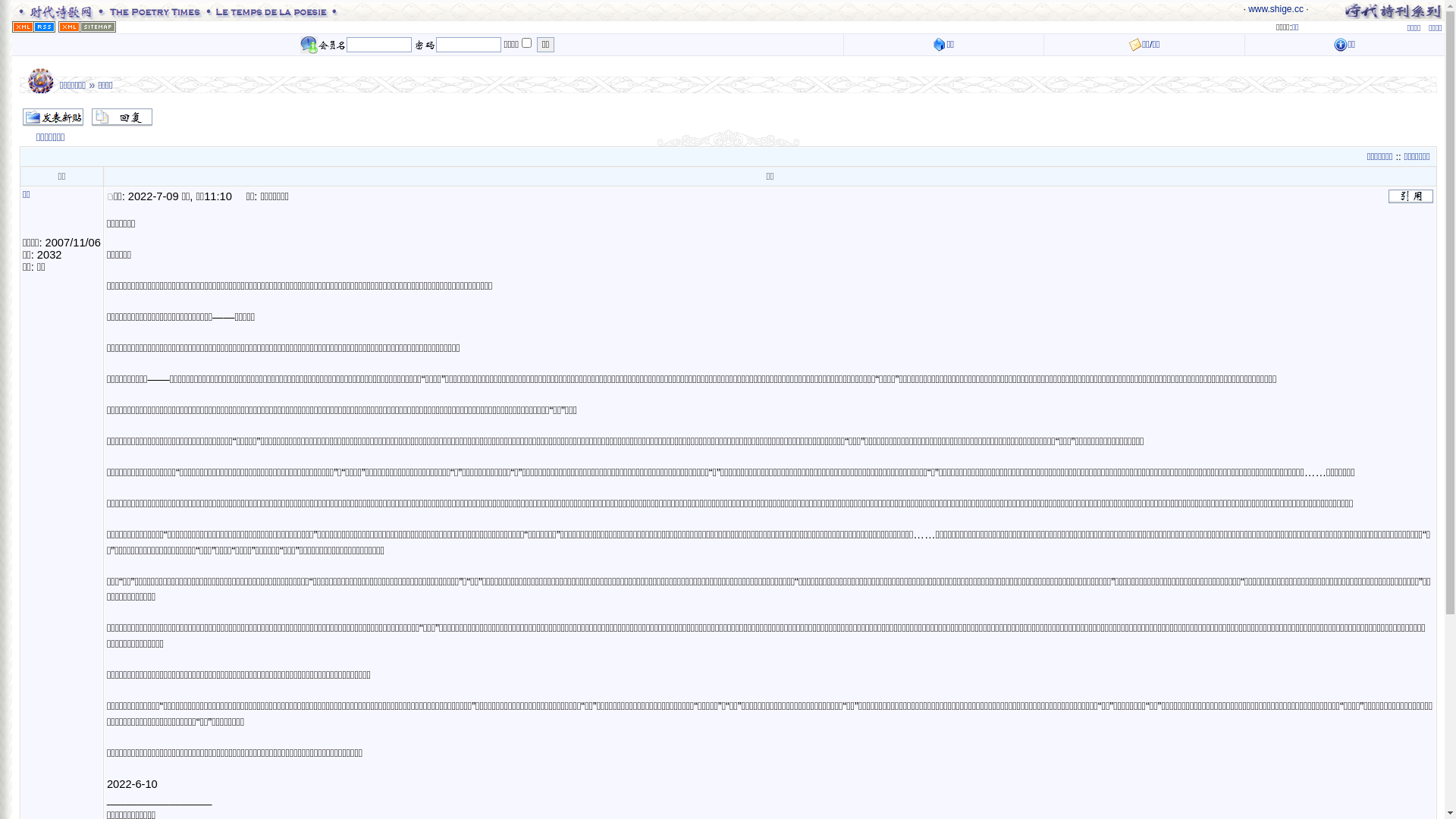 Image resolution: width=1456 pixels, height=819 pixels. I want to click on 'www.shige.cc', so click(1248, 8).